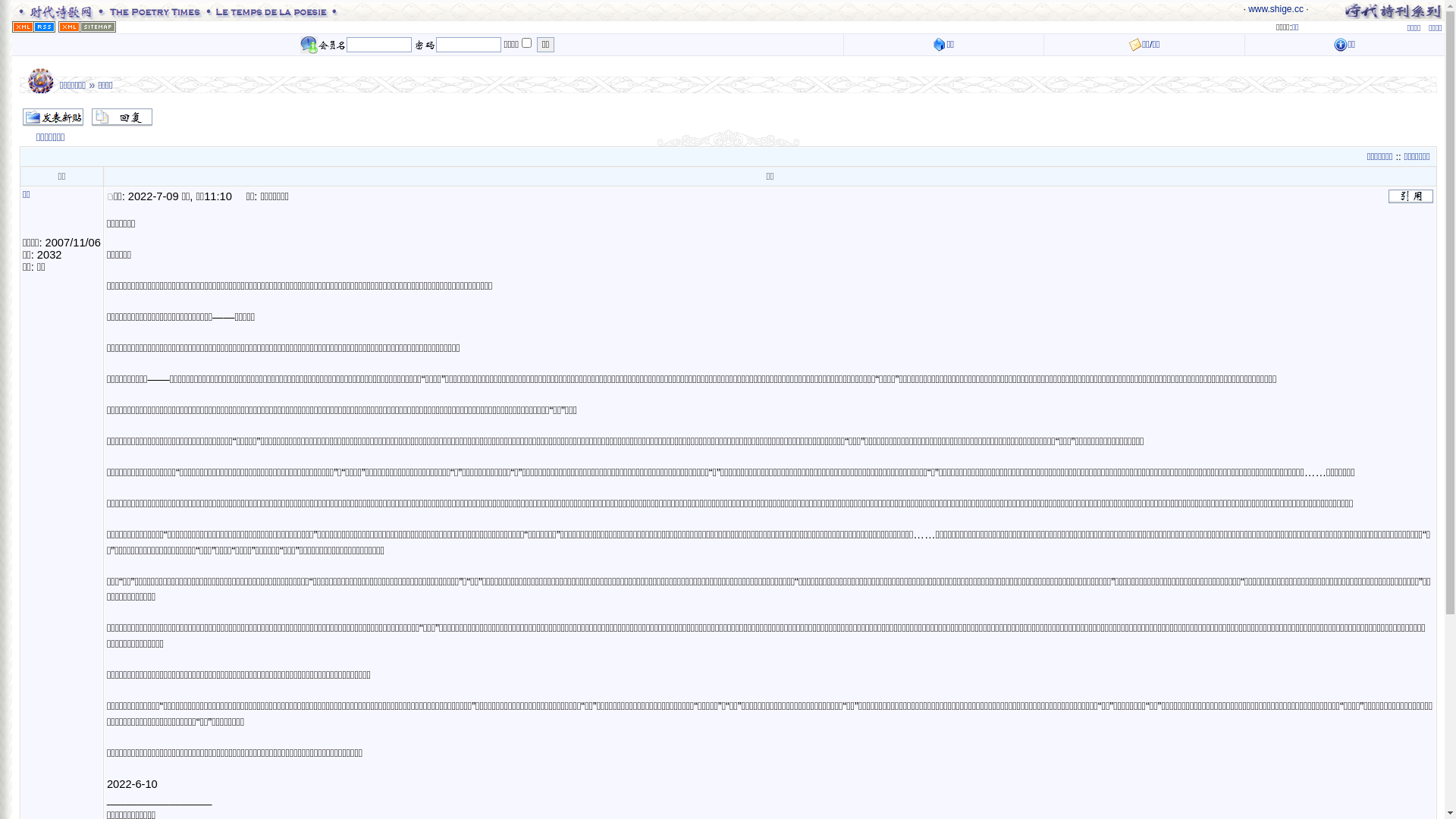 Image resolution: width=1456 pixels, height=819 pixels. I want to click on 'www.shige.cc', so click(1248, 8).